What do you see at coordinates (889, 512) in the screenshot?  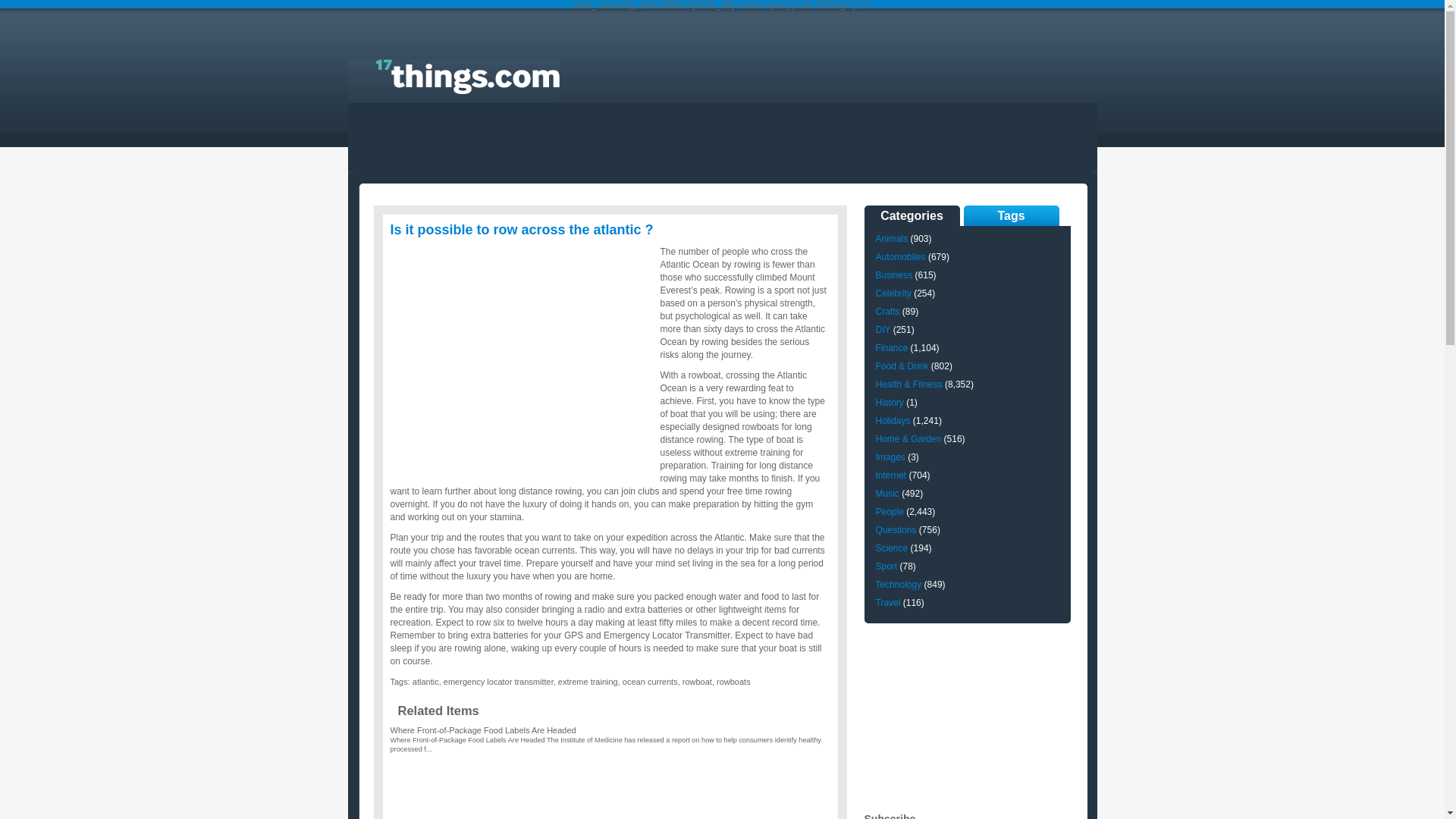 I see `'People'` at bounding box center [889, 512].